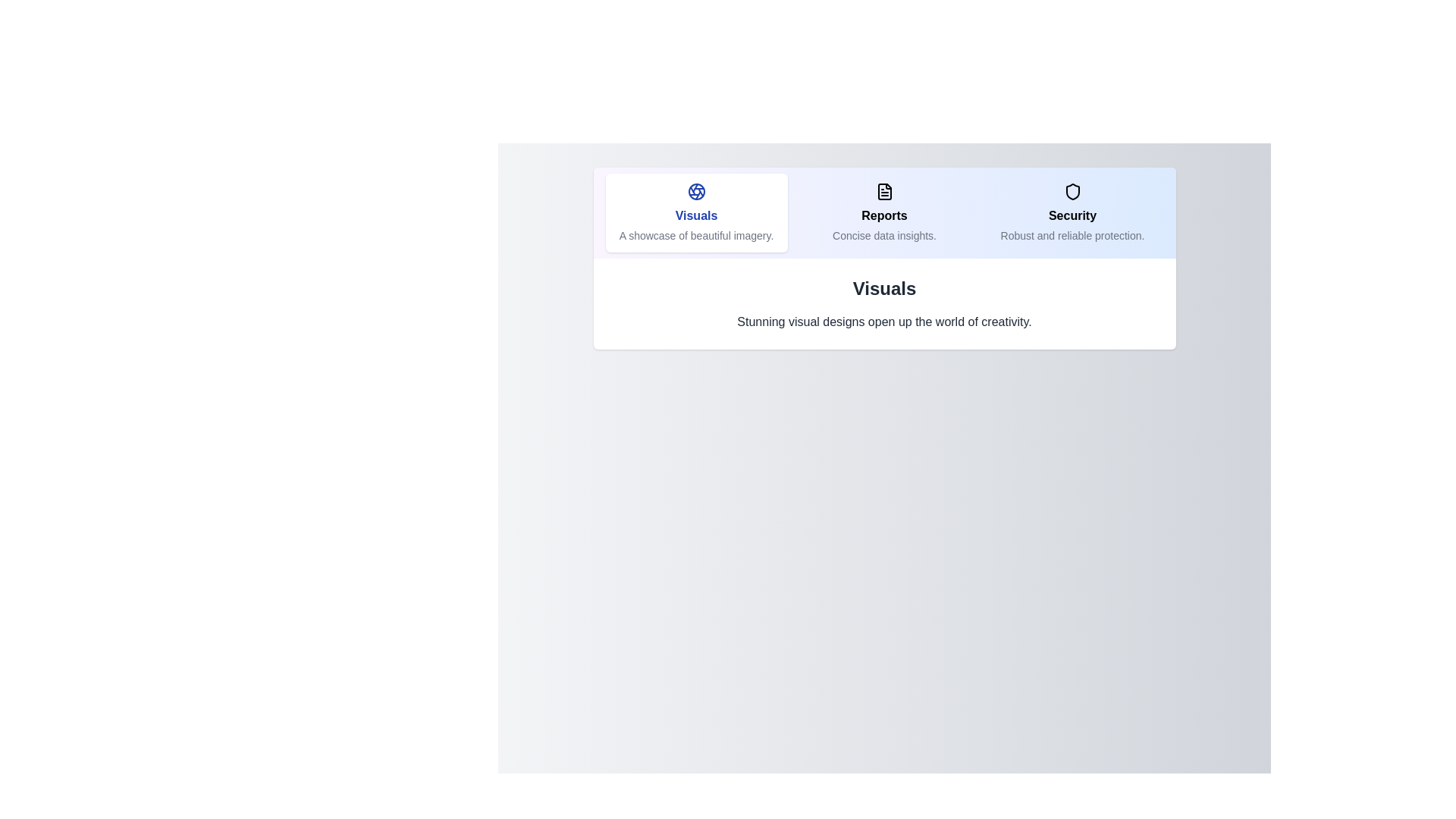  I want to click on the Visuals tab to view its content, so click(695, 213).